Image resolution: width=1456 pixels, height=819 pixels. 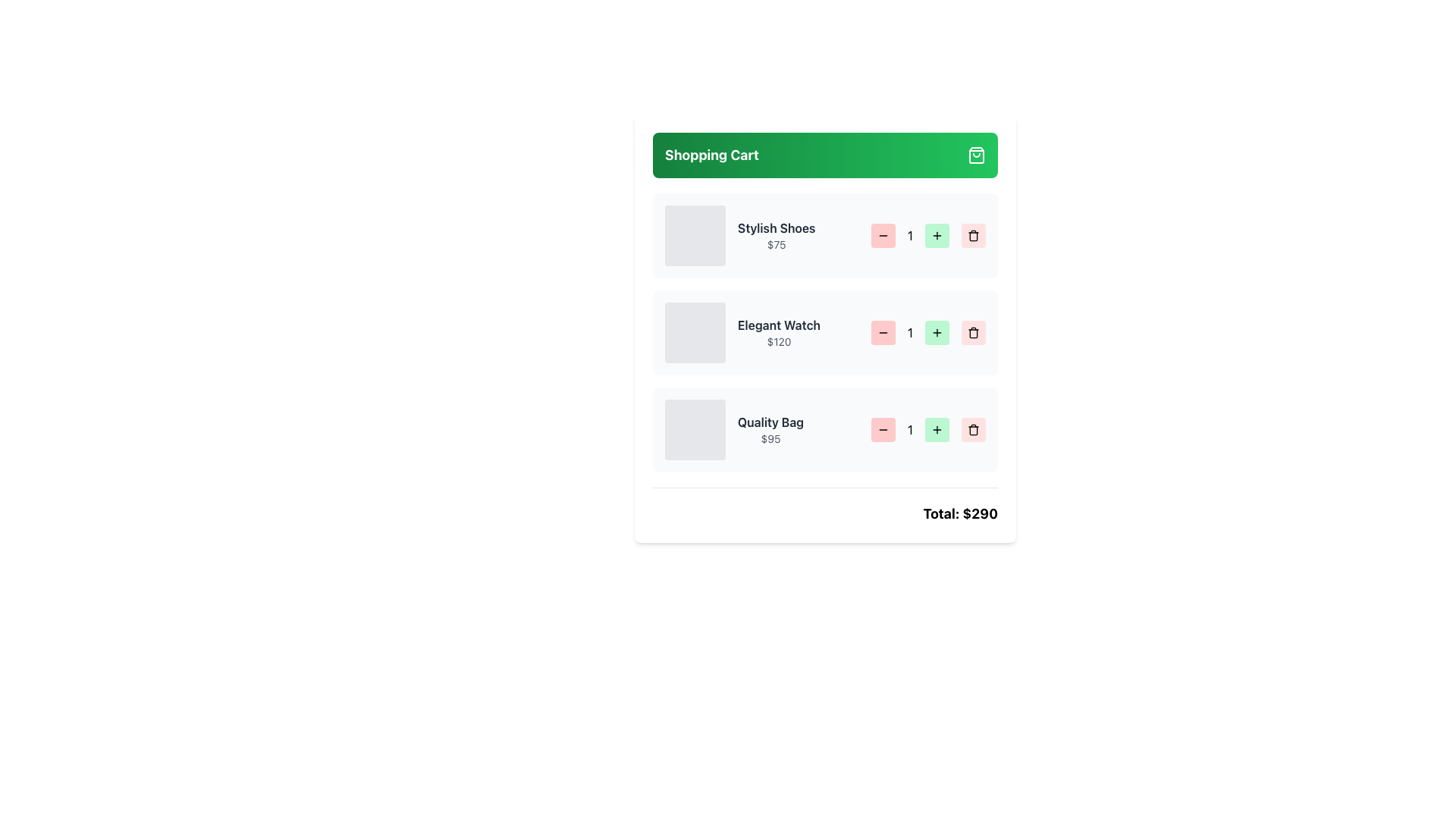 What do you see at coordinates (770, 438) in the screenshot?
I see `the price text label displaying '$95', located below the 'Quality Bag' text in the shopping cart list` at bounding box center [770, 438].